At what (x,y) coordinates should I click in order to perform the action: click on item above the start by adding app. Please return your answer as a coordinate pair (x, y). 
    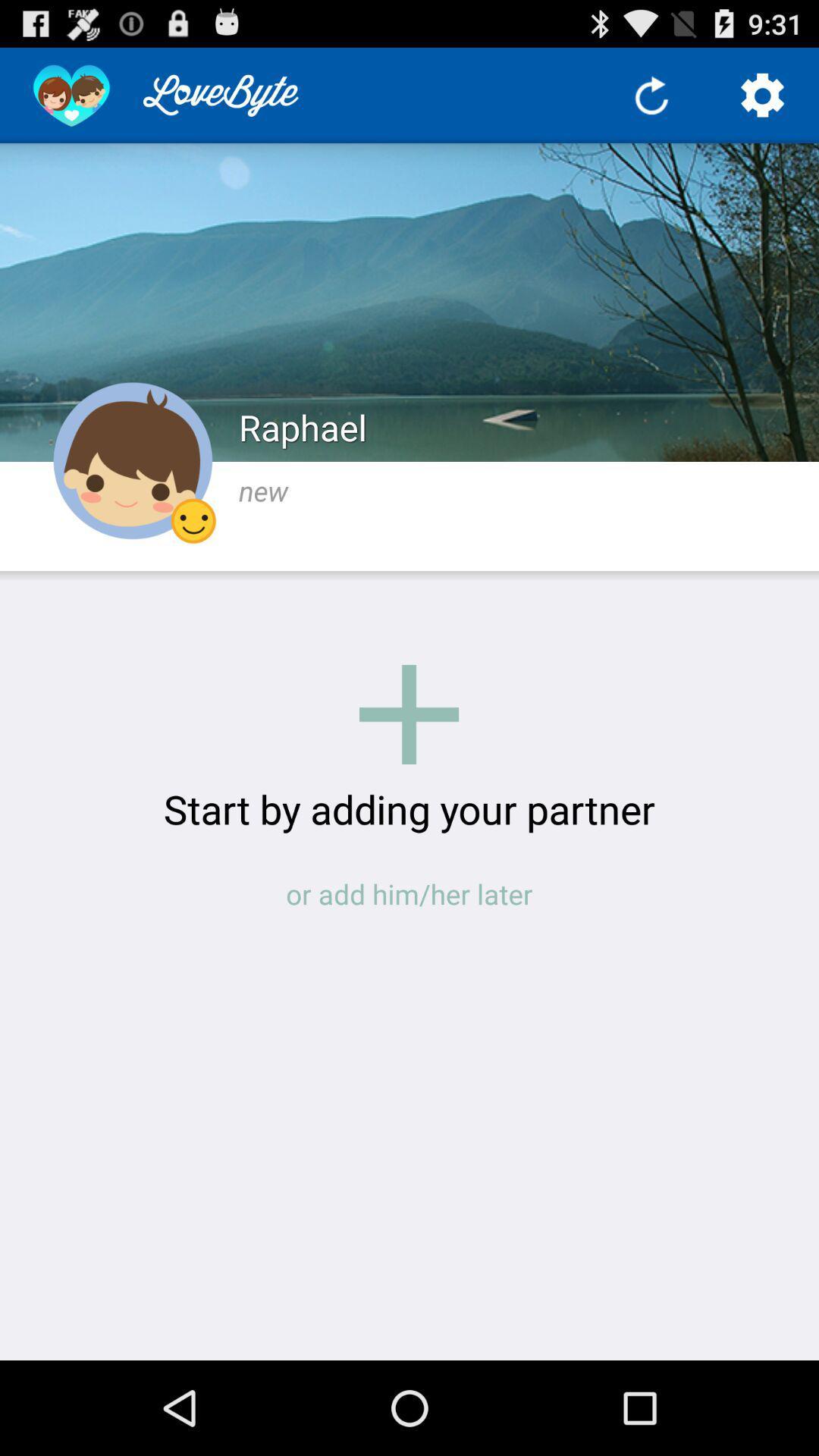
    Looking at the image, I should click on (408, 714).